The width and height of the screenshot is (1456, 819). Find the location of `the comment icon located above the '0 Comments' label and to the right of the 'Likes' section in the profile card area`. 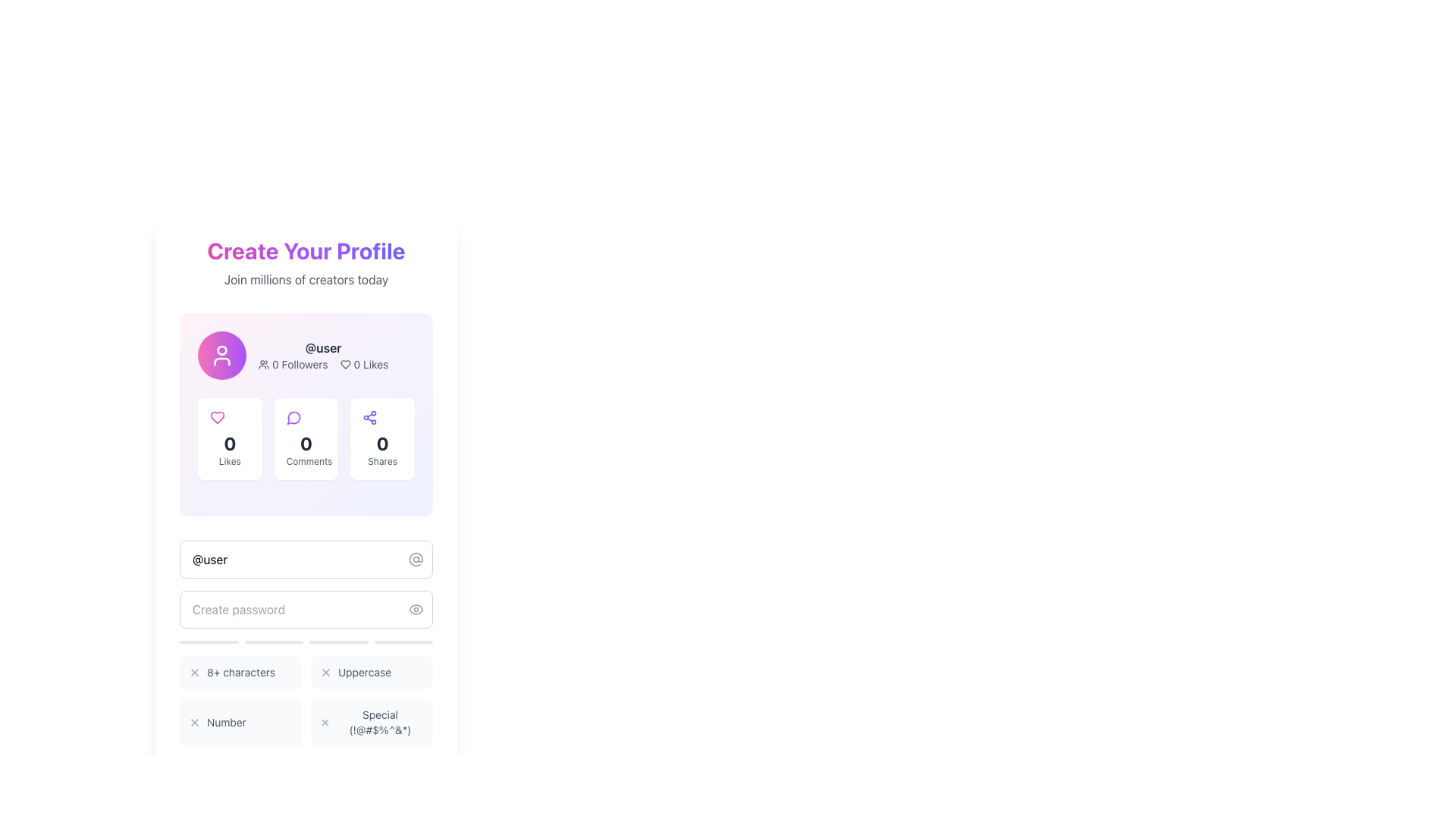

the comment icon located above the '0 Comments' label and to the right of the 'Likes' section in the profile card area is located at coordinates (293, 418).